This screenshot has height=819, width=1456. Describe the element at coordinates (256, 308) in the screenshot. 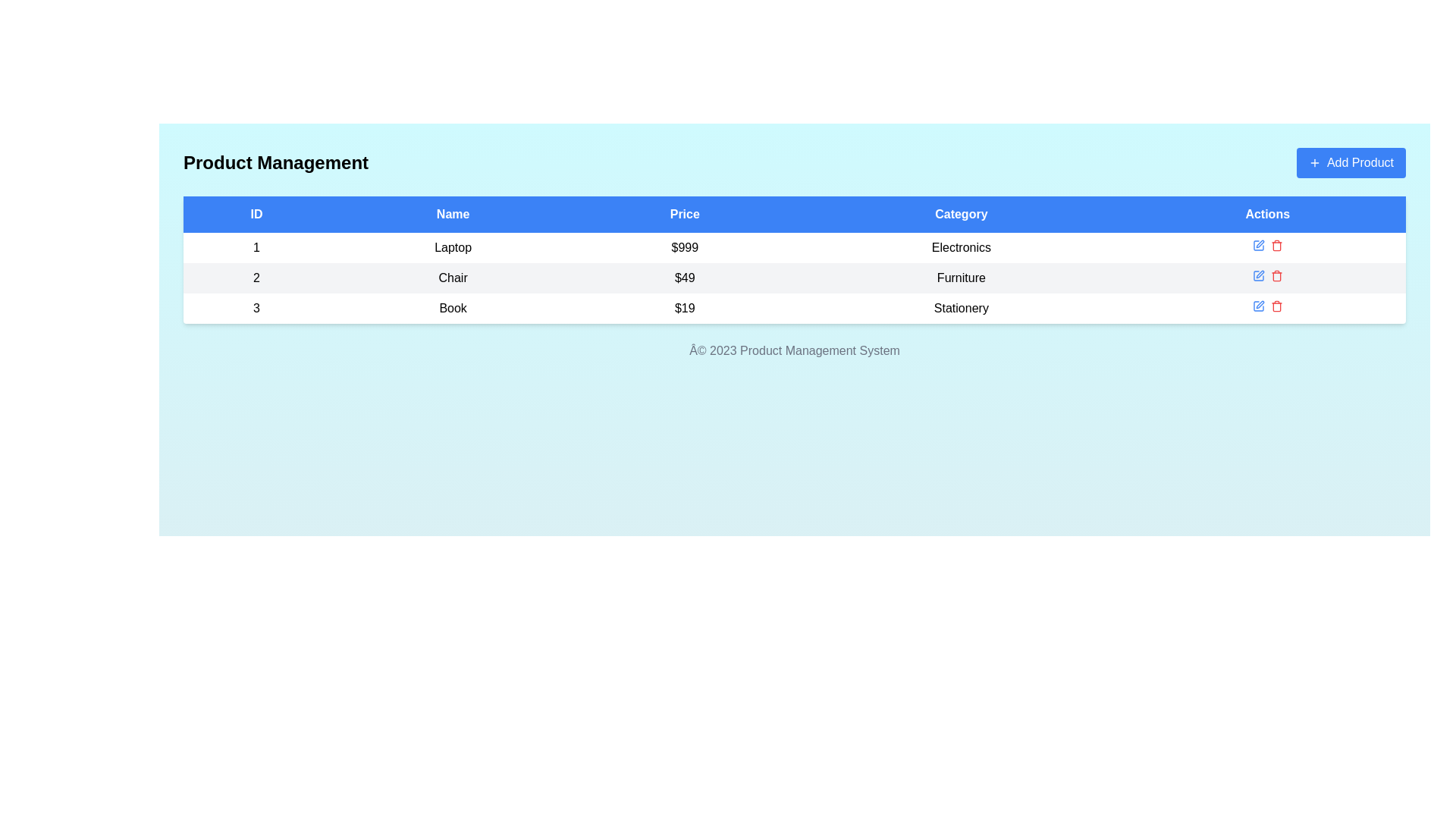

I see `the Text label in the third row of the table under the 'ID' column, which acts as an identifier for the row` at that location.